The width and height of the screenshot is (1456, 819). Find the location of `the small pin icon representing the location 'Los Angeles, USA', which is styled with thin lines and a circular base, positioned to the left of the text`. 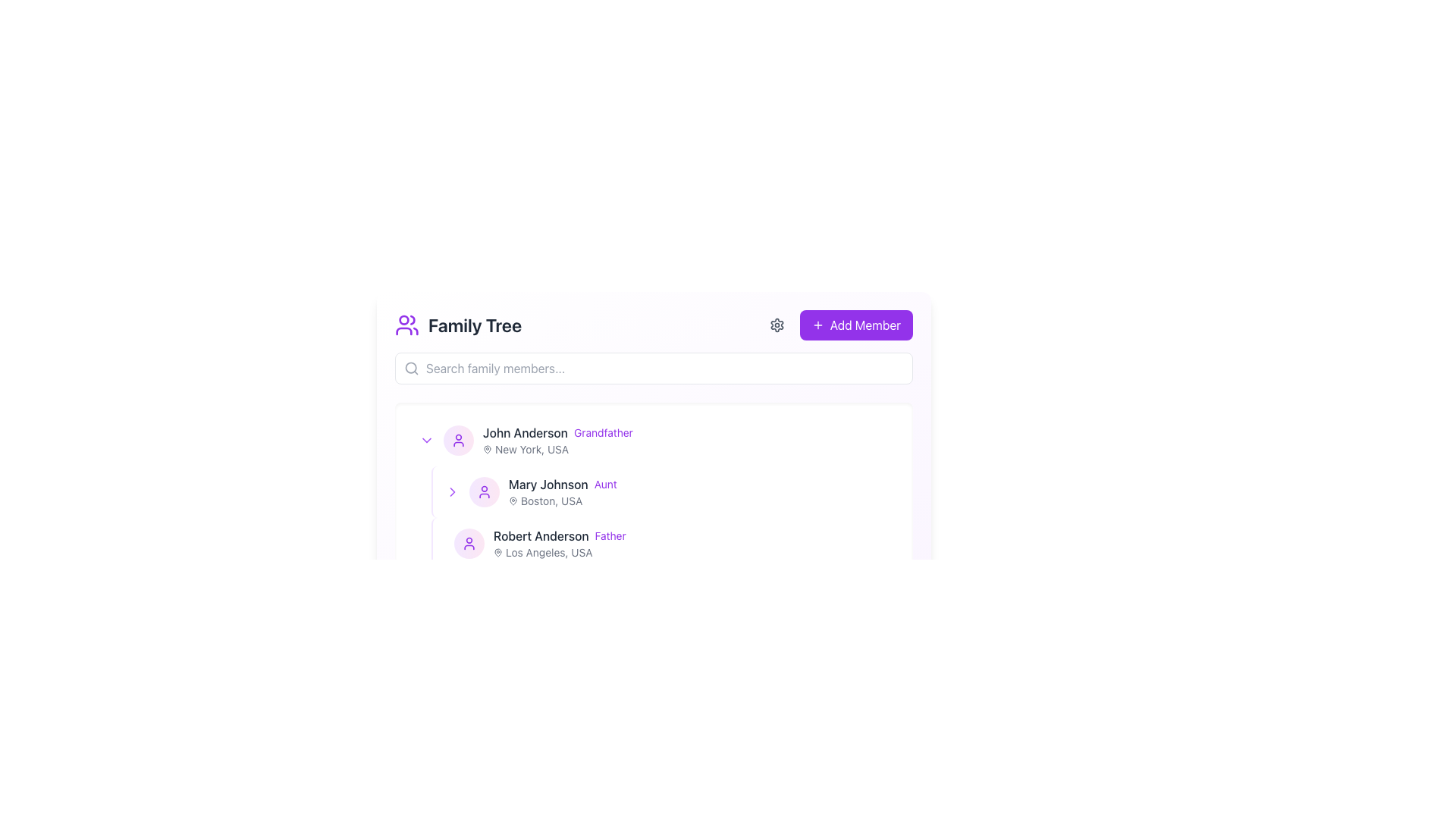

the small pin icon representing the location 'Los Angeles, USA', which is styled with thin lines and a circular base, positioned to the left of the text is located at coordinates (498, 553).